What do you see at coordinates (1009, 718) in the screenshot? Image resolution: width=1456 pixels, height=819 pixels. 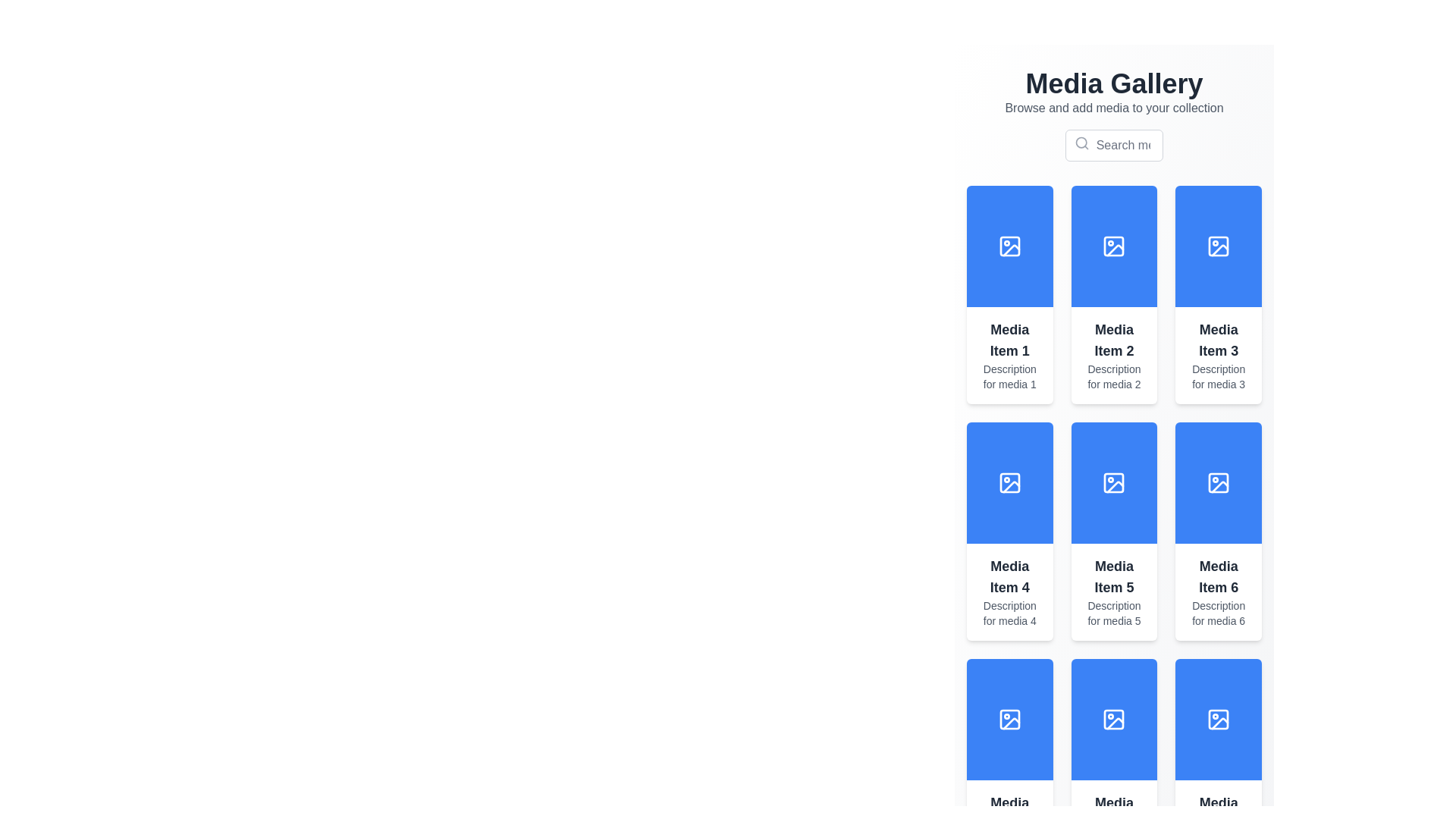 I see `the Icon element, which is a small image depicting a photograph with a blue background and white strokes, located in the first column of the third row of a grid layout` at bounding box center [1009, 718].